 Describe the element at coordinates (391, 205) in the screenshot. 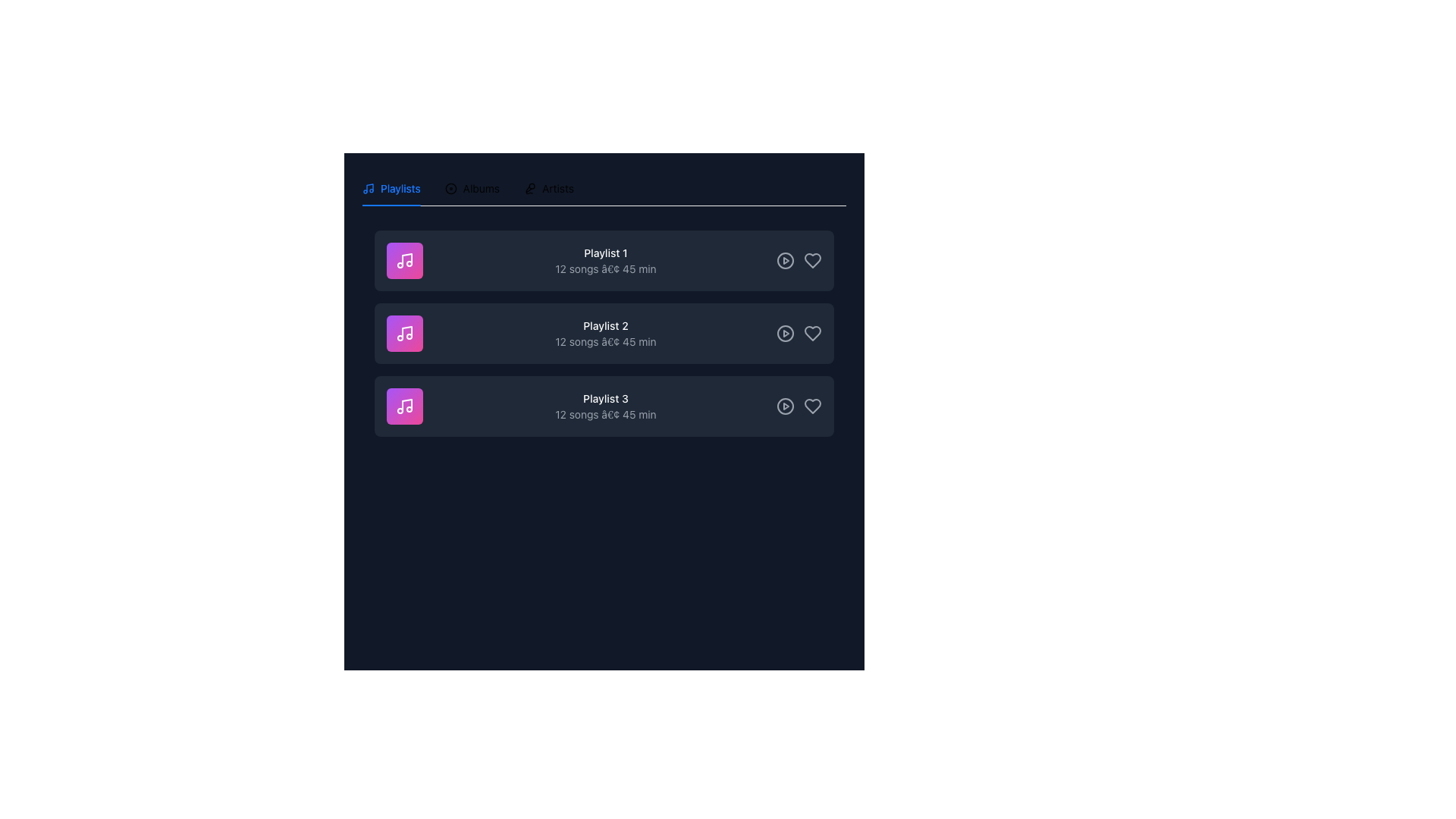

I see `the Active Tab Indicator element located beneath the 'Playlists' tab label in the tab component, which indicates the active tab` at that location.